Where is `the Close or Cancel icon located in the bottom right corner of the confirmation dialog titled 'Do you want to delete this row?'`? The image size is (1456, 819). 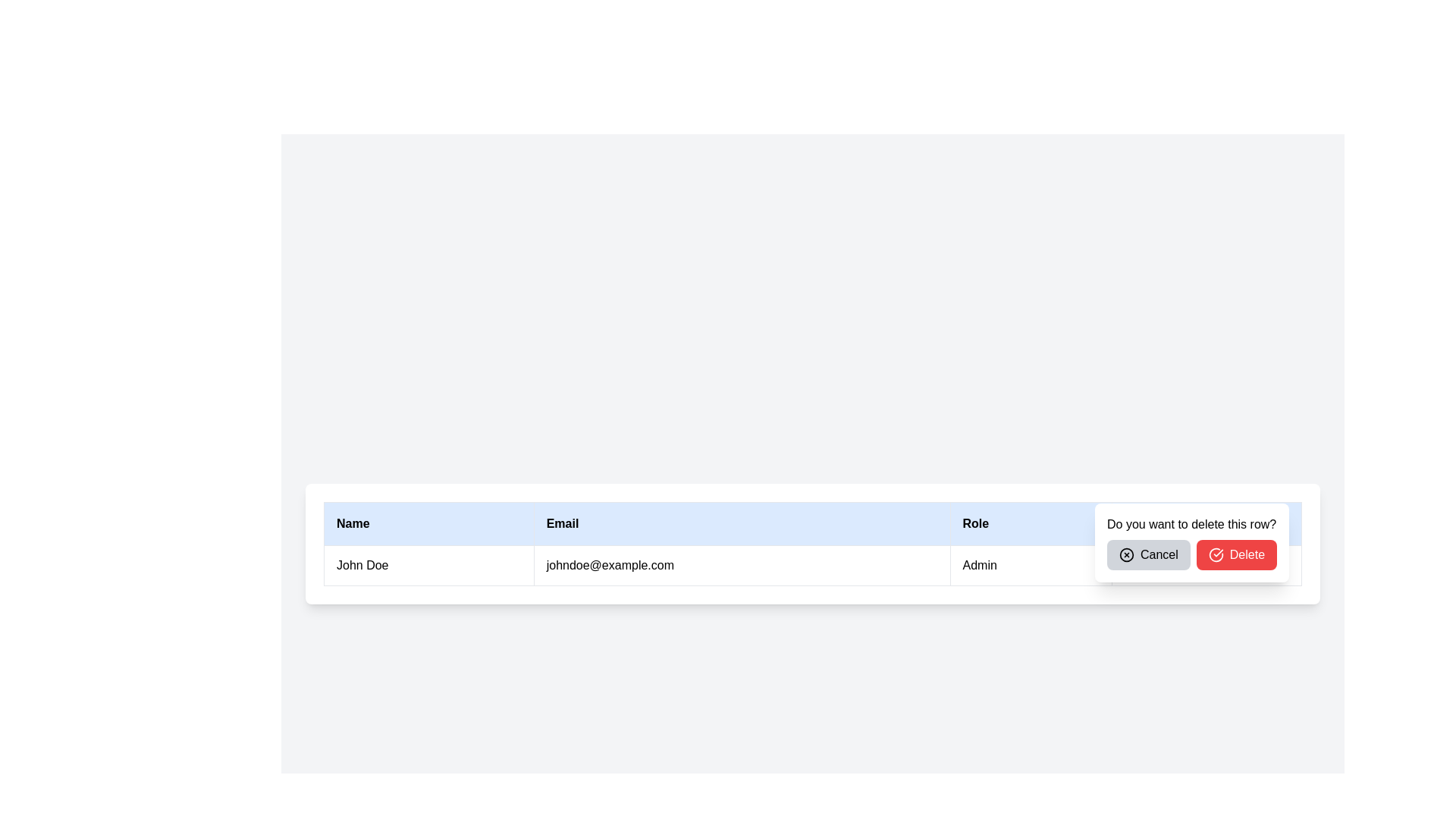
the Close or Cancel icon located in the bottom right corner of the confirmation dialog titled 'Do you want to delete this row?' is located at coordinates (1127, 554).